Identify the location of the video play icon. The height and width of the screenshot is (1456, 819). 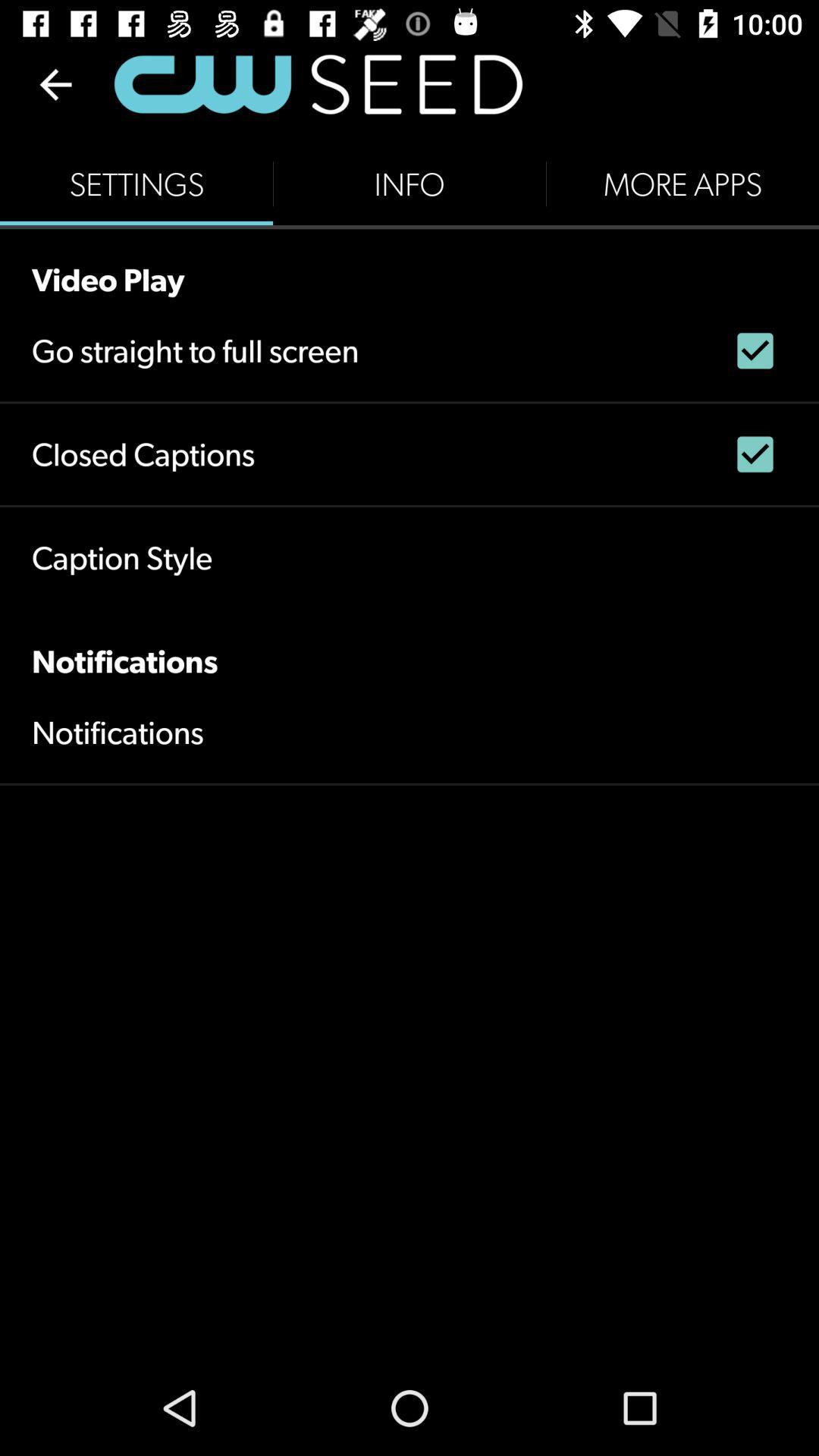
(409, 263).